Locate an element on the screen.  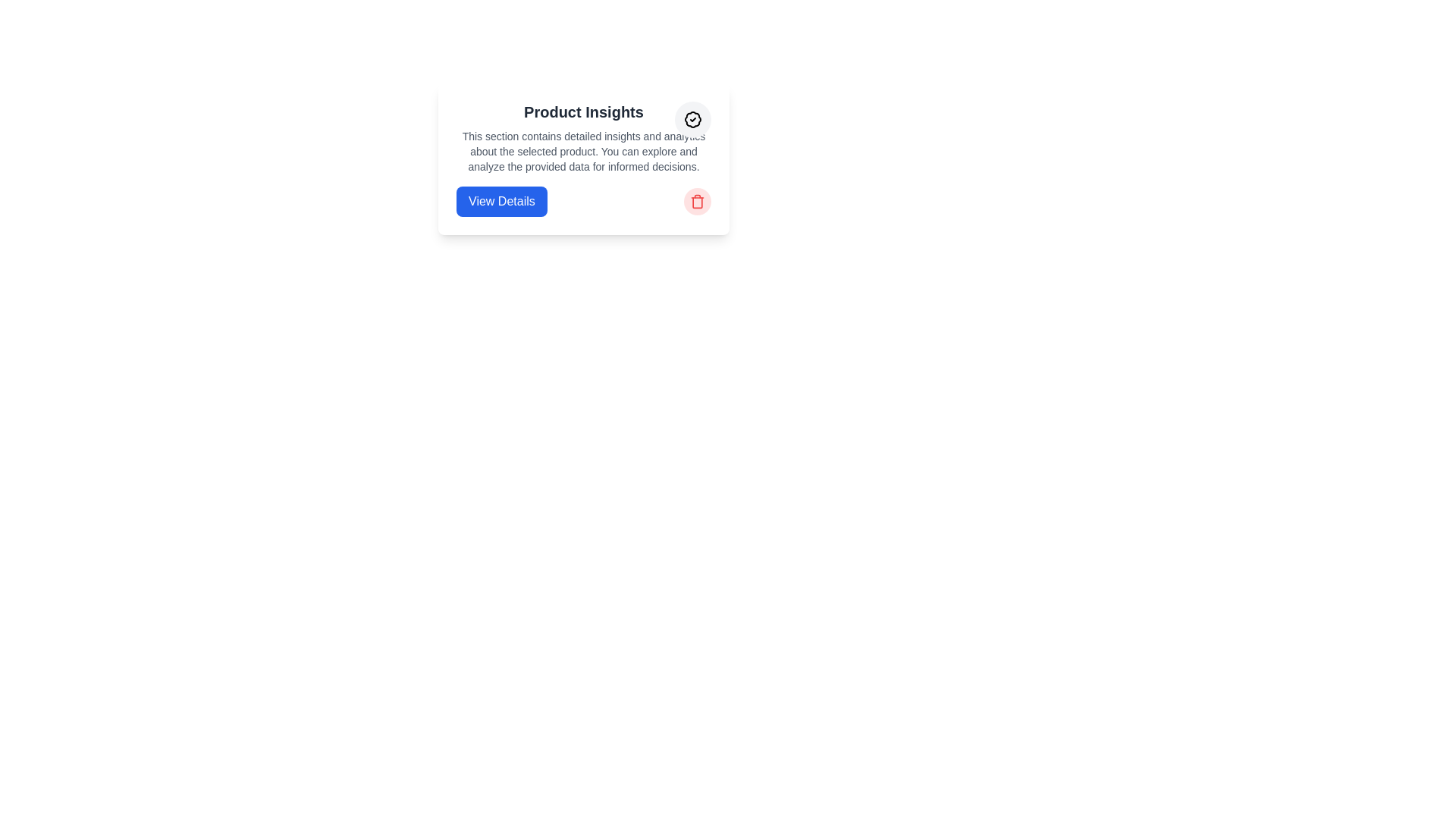
the interactive button located in the top-right corner of the 'Product Insights' section is located at coordinates (692, 119).